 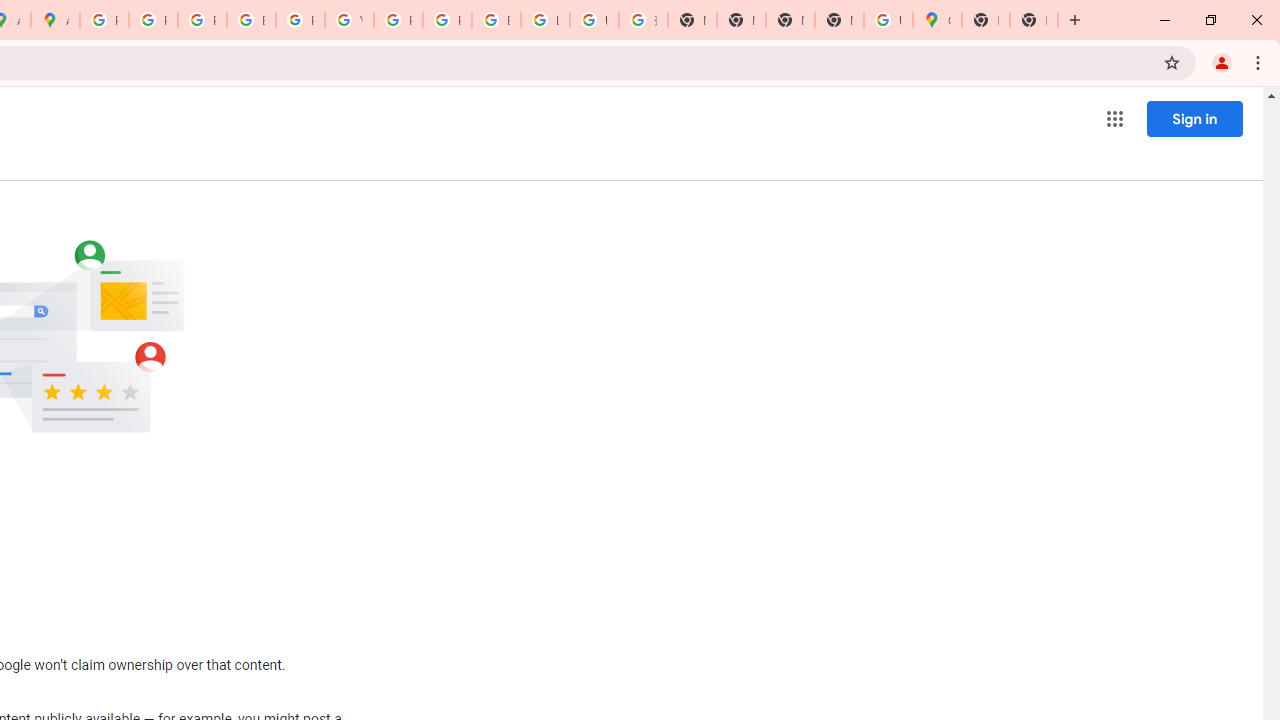 I want to click on 'YouTube', so click(x=349, y=20).